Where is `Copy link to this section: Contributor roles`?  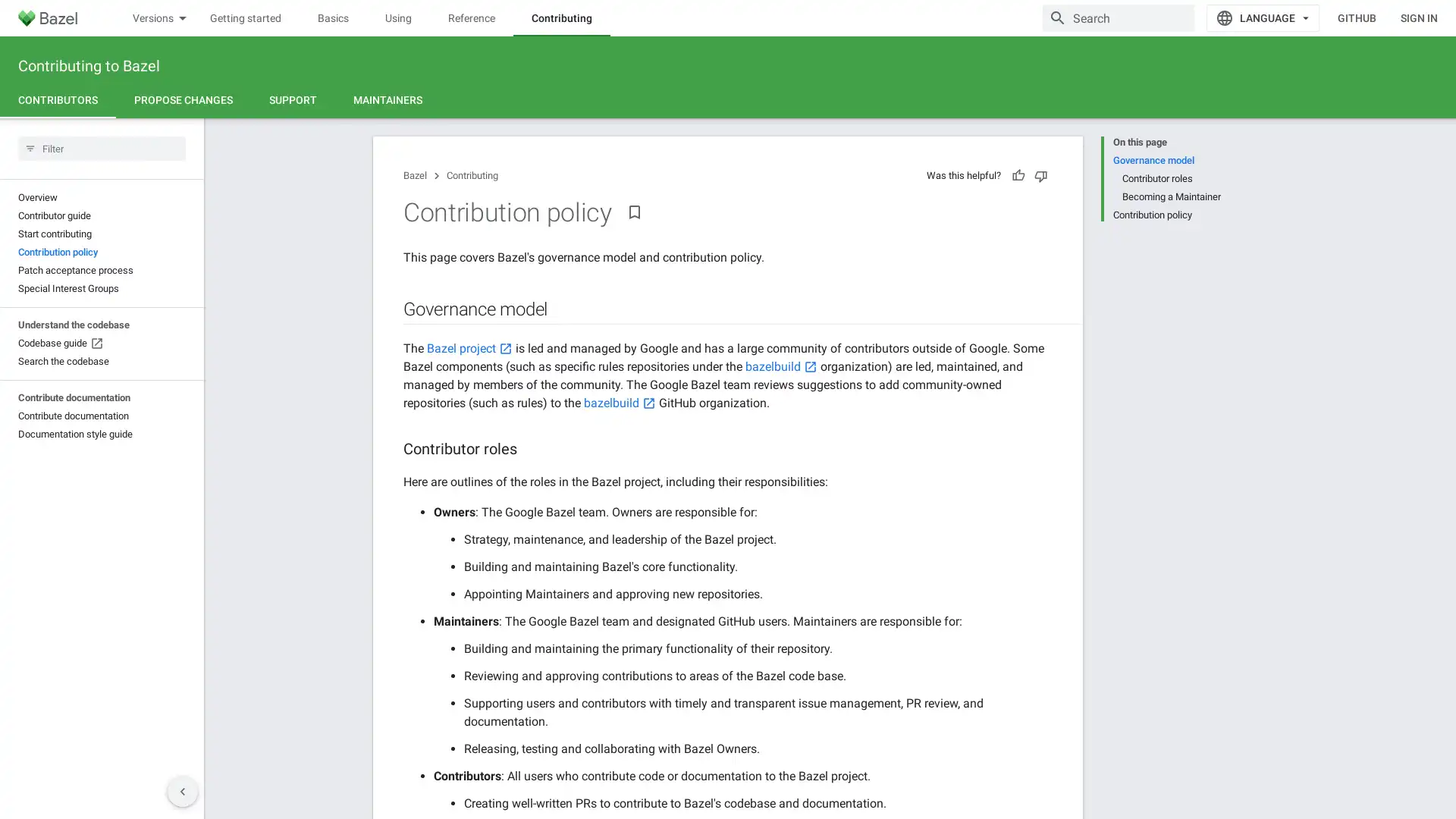
Copy link to this section: Contributor roles is located at coordinates (532, 449).